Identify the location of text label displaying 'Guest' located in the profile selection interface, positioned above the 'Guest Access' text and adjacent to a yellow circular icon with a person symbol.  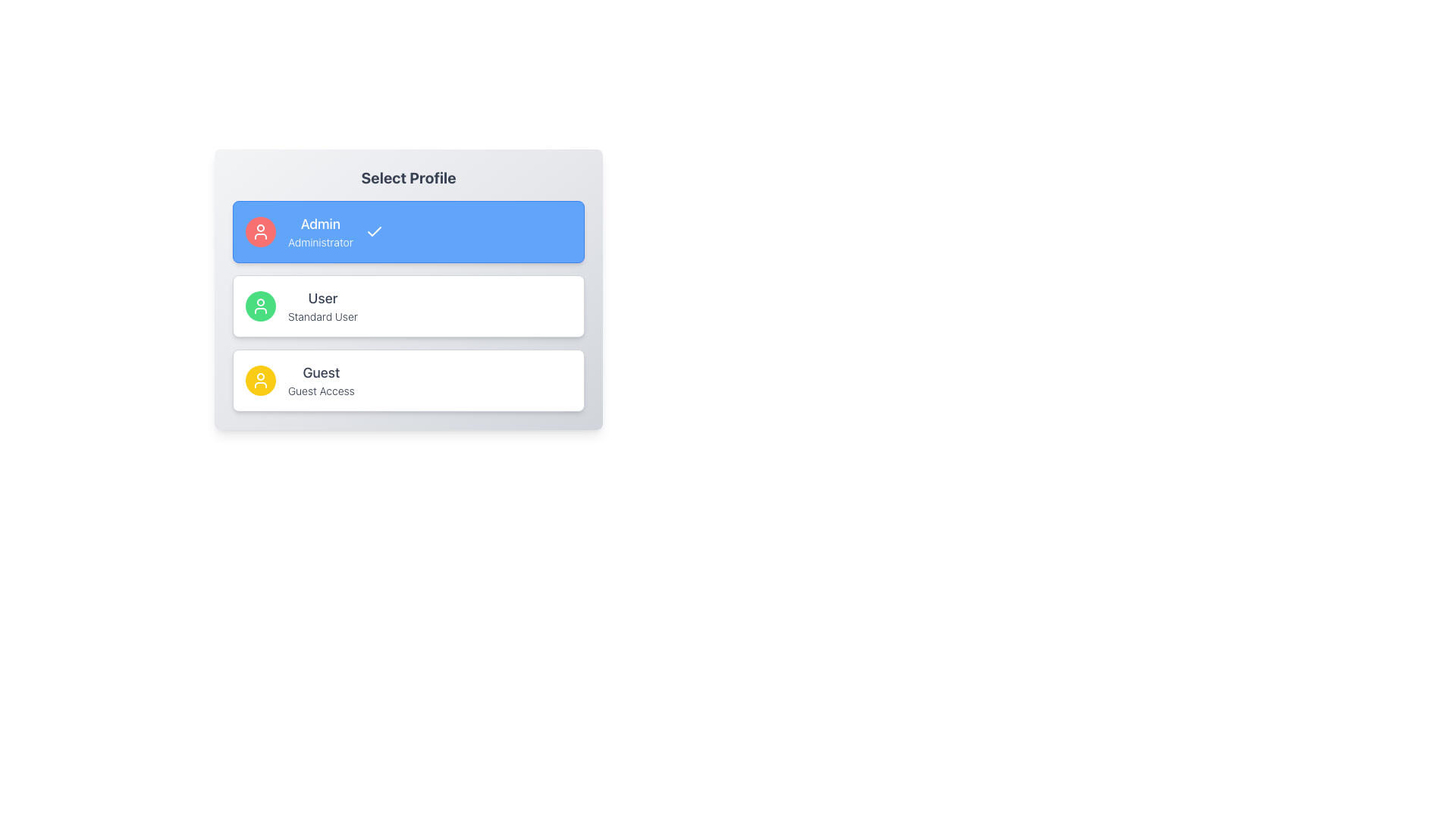
(320, 373).